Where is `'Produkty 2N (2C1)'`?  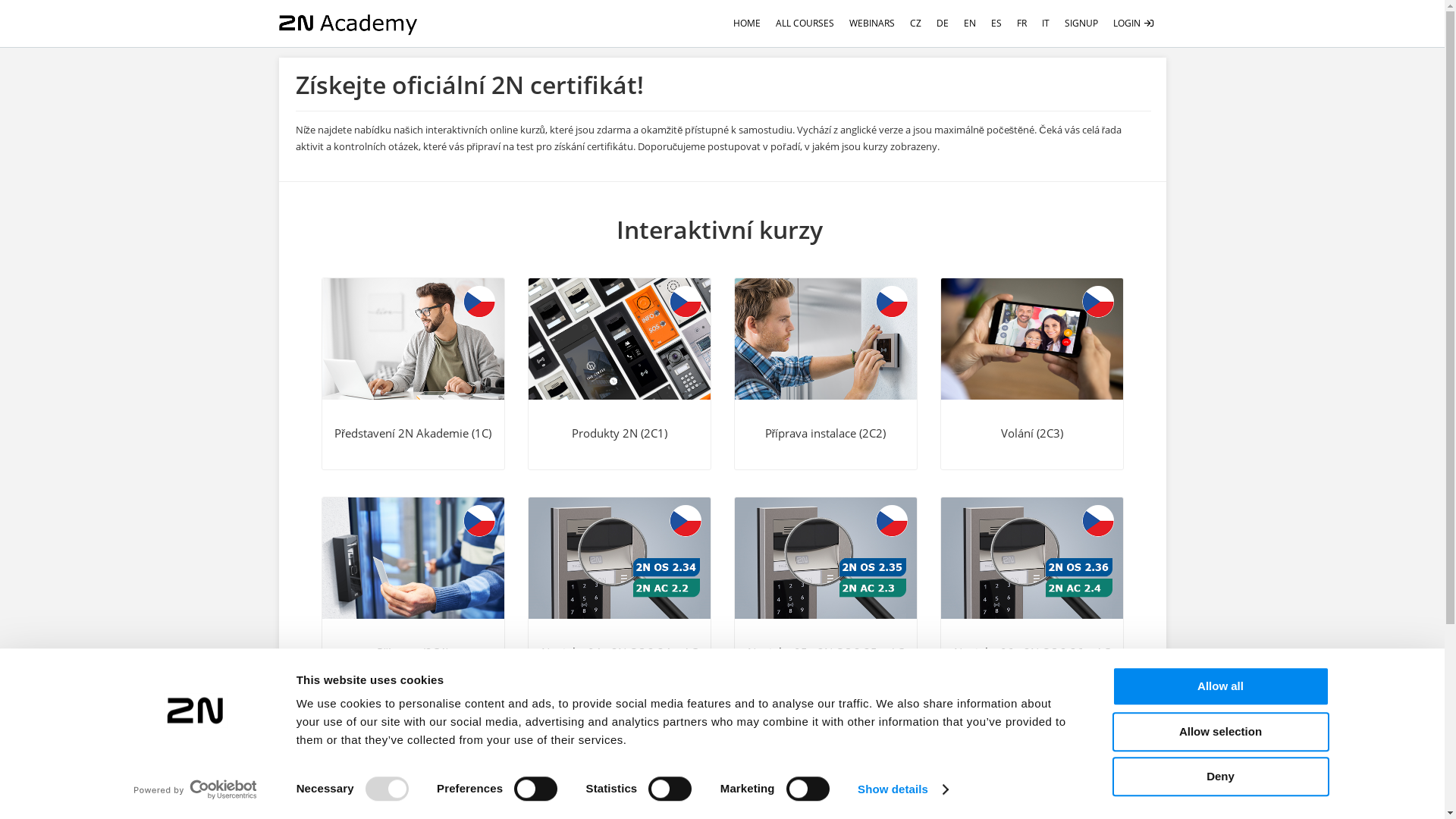 'Produkty 2N (2C1)' is located at coordinates (619, 374).